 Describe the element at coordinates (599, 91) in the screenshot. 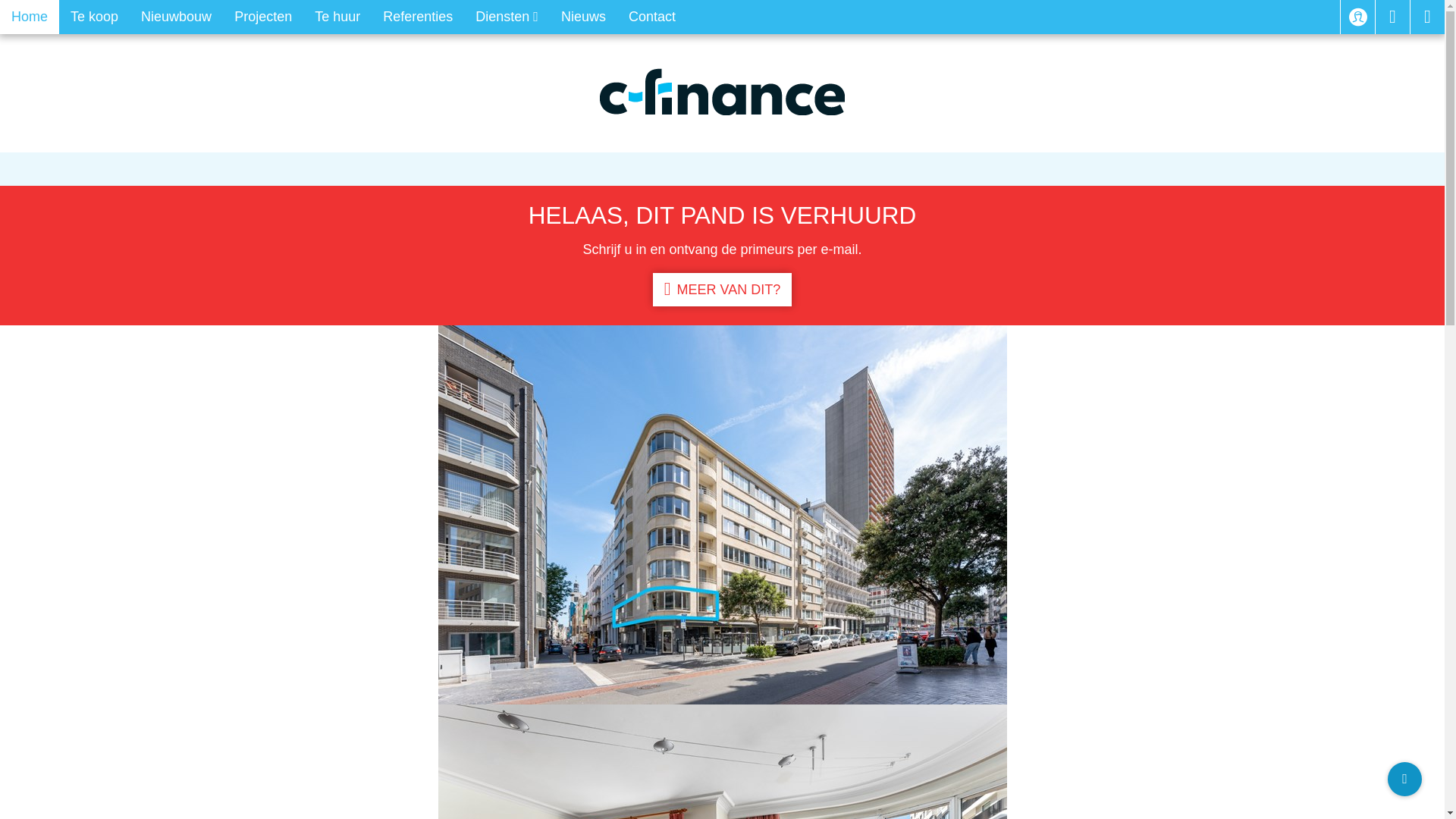

I see `'Link homepage'` at that location.